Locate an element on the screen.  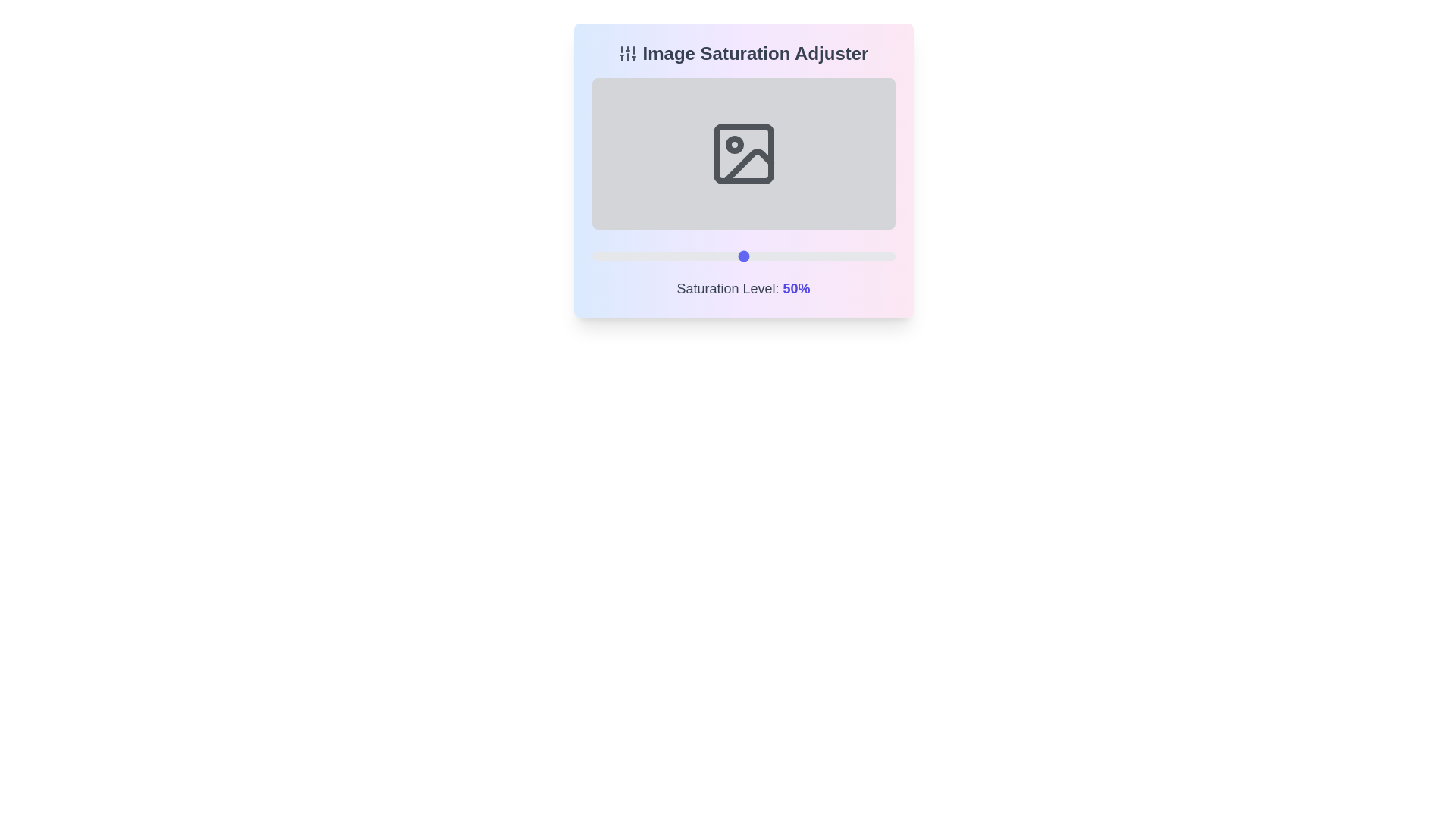
the saturation level to 23% by interacting with the slider is located at coordinates (661, 256).